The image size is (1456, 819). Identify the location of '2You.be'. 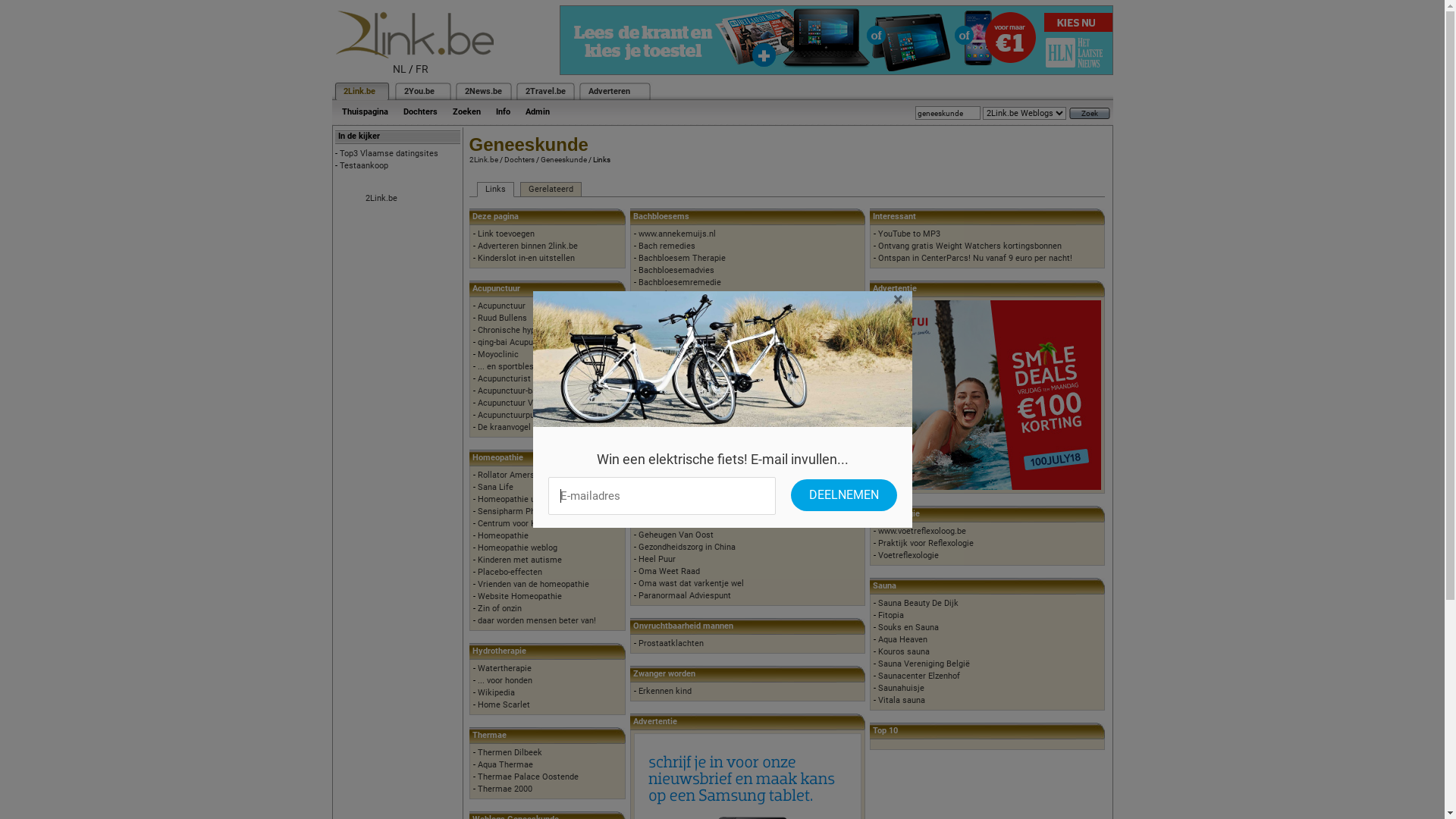
(419, 91).